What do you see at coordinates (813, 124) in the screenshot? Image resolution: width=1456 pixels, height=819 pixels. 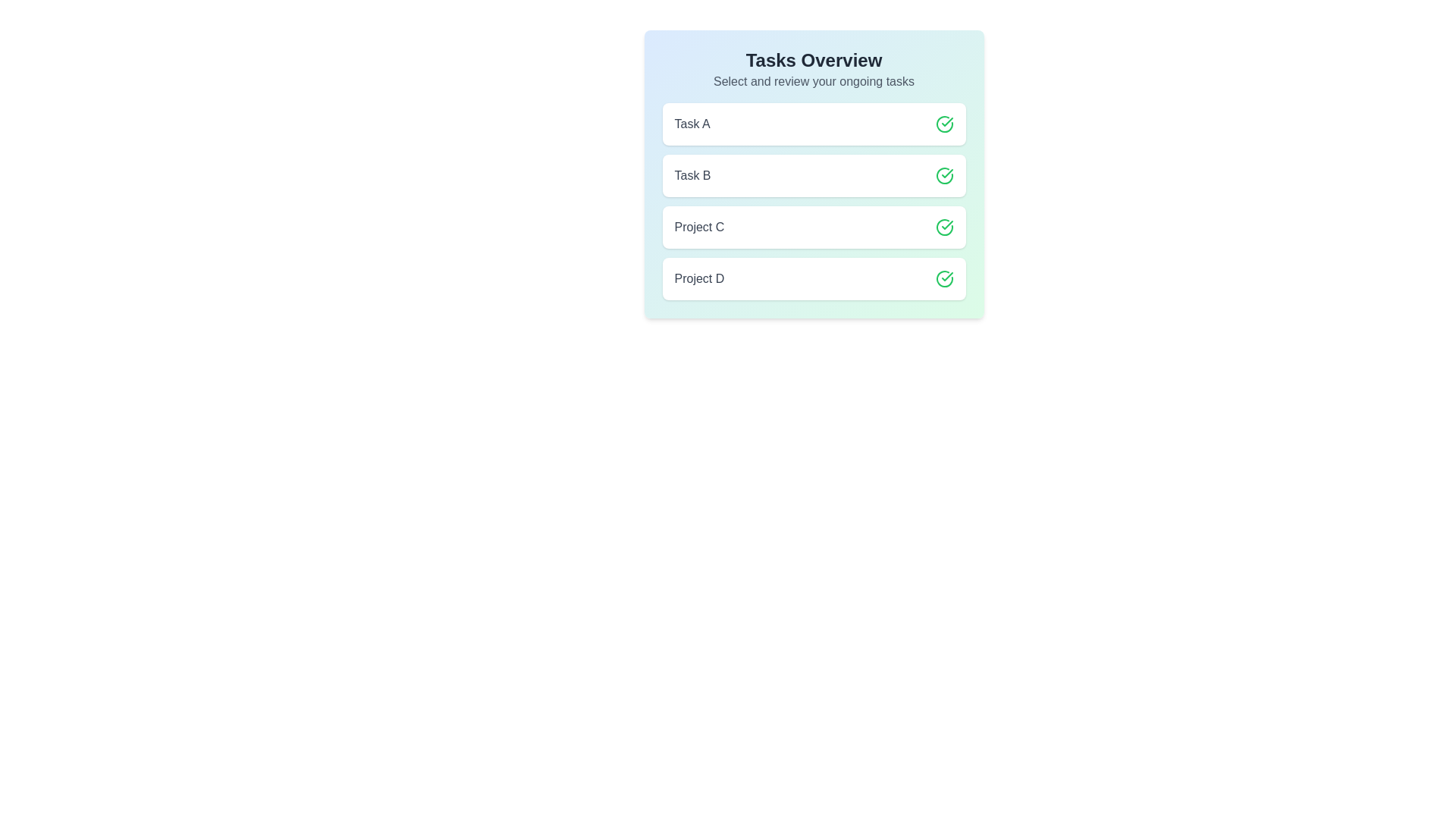 I see `the item Task A from the list` at bounding box center [813, 124].